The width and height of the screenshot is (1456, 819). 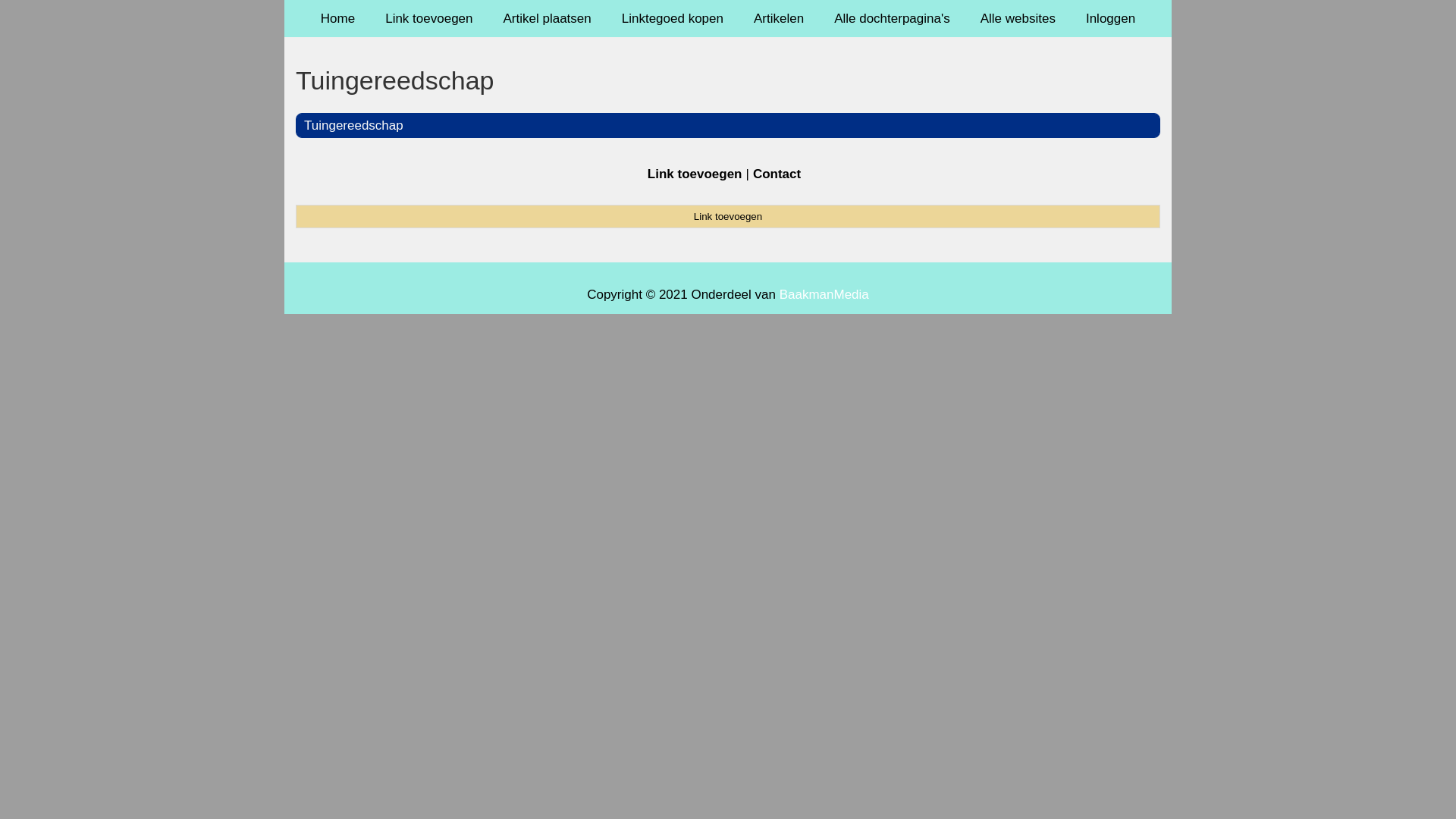 What do you see at coordinates (672, 18) in the screenshot?
I see `'Linktegoed kopen'` at bounding box center [672, 18].